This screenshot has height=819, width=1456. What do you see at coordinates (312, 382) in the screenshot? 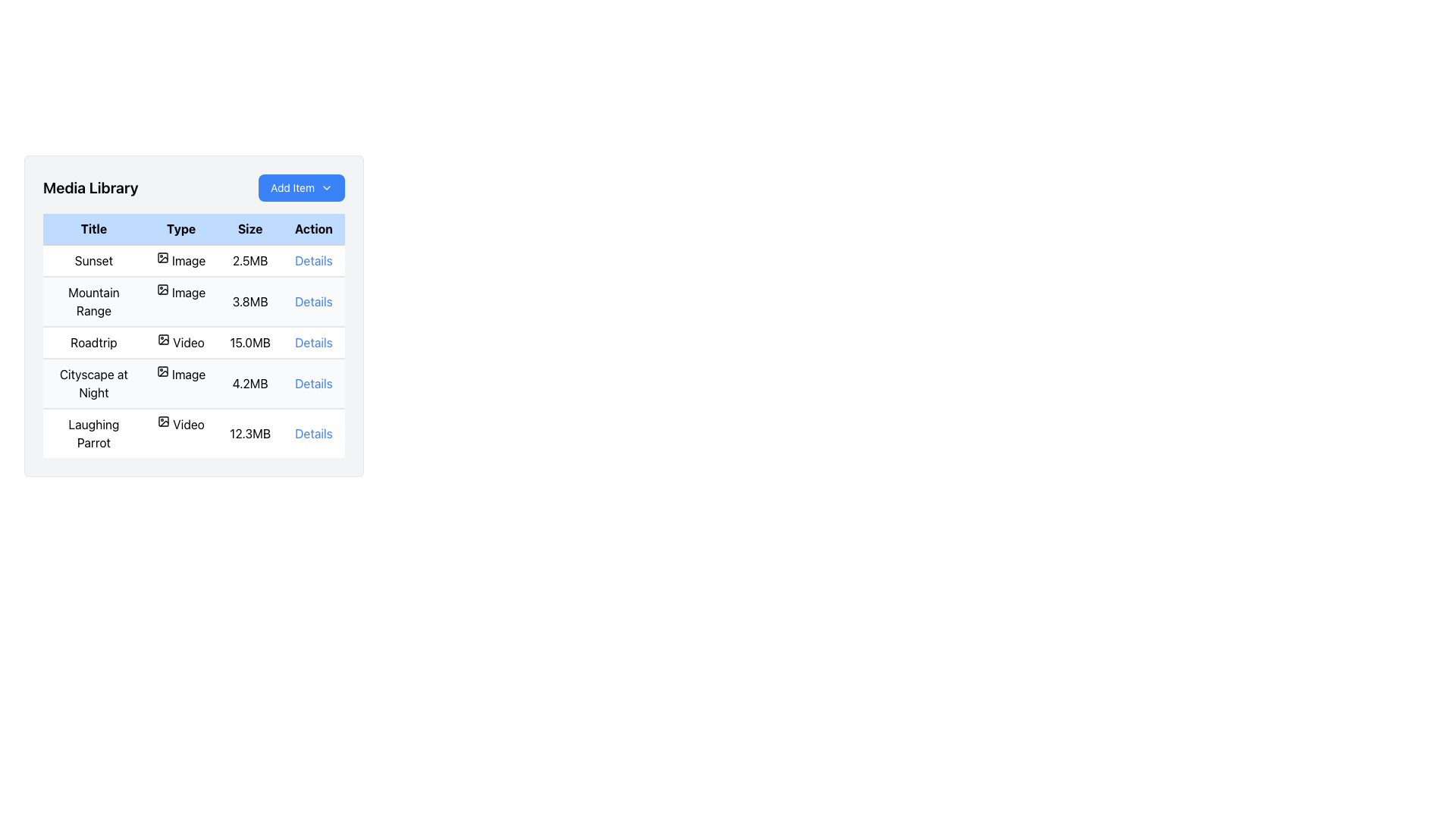
I see `the blue underlined text link labeled 'Details' in the 'Action' column of the fourth row` at bounding box center [312, 382].